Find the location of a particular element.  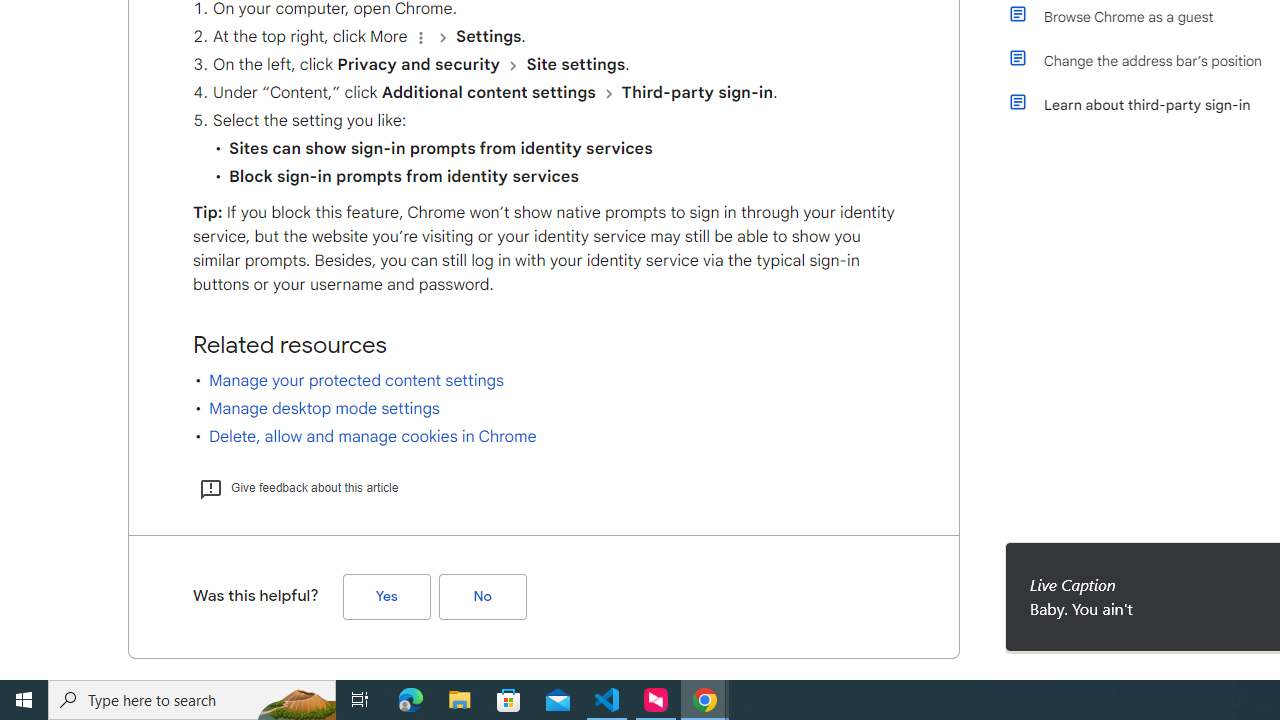

'Organize' is located at coordinates (419, 37).